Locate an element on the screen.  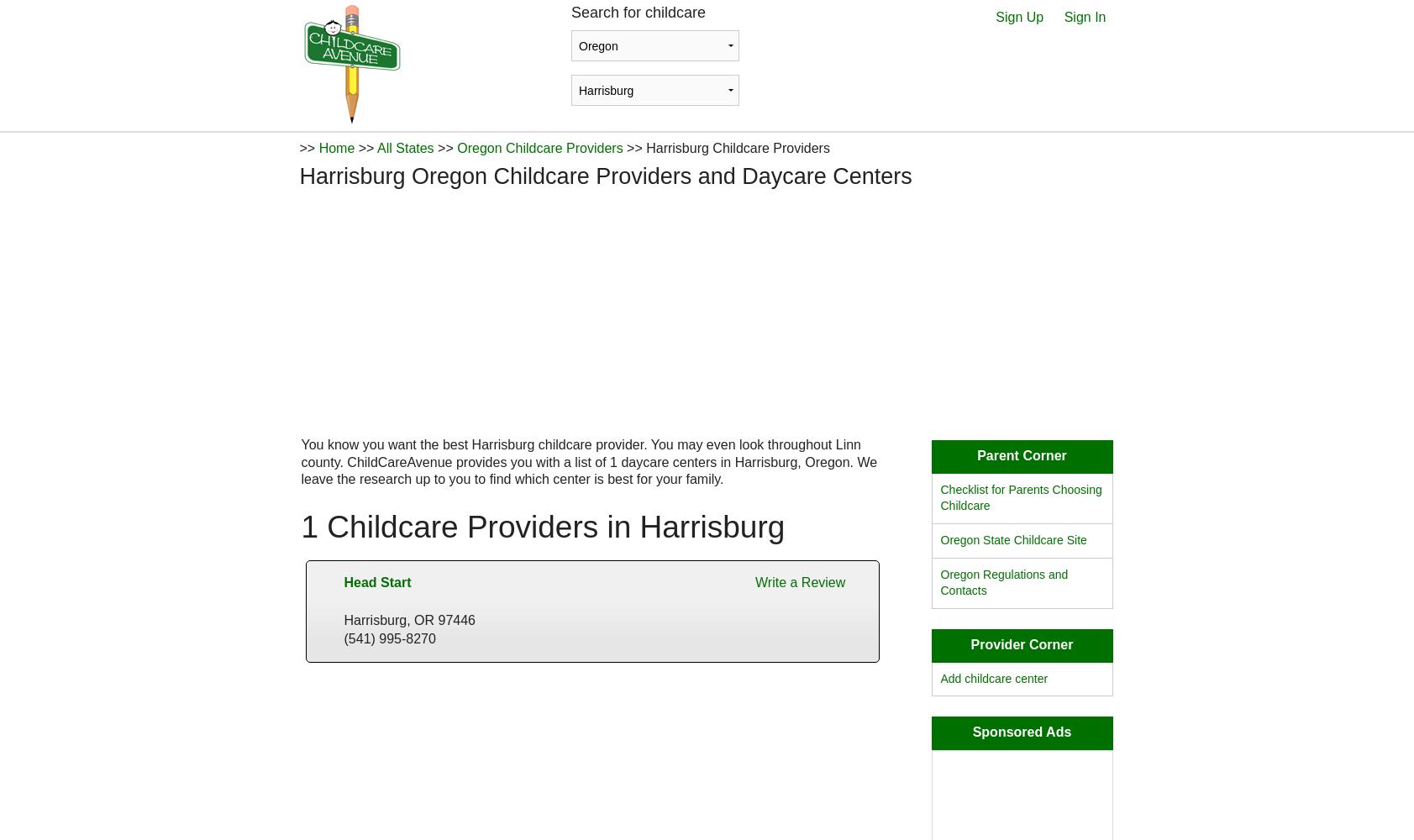
'Write a Review' is located at coordinates (800, 580).